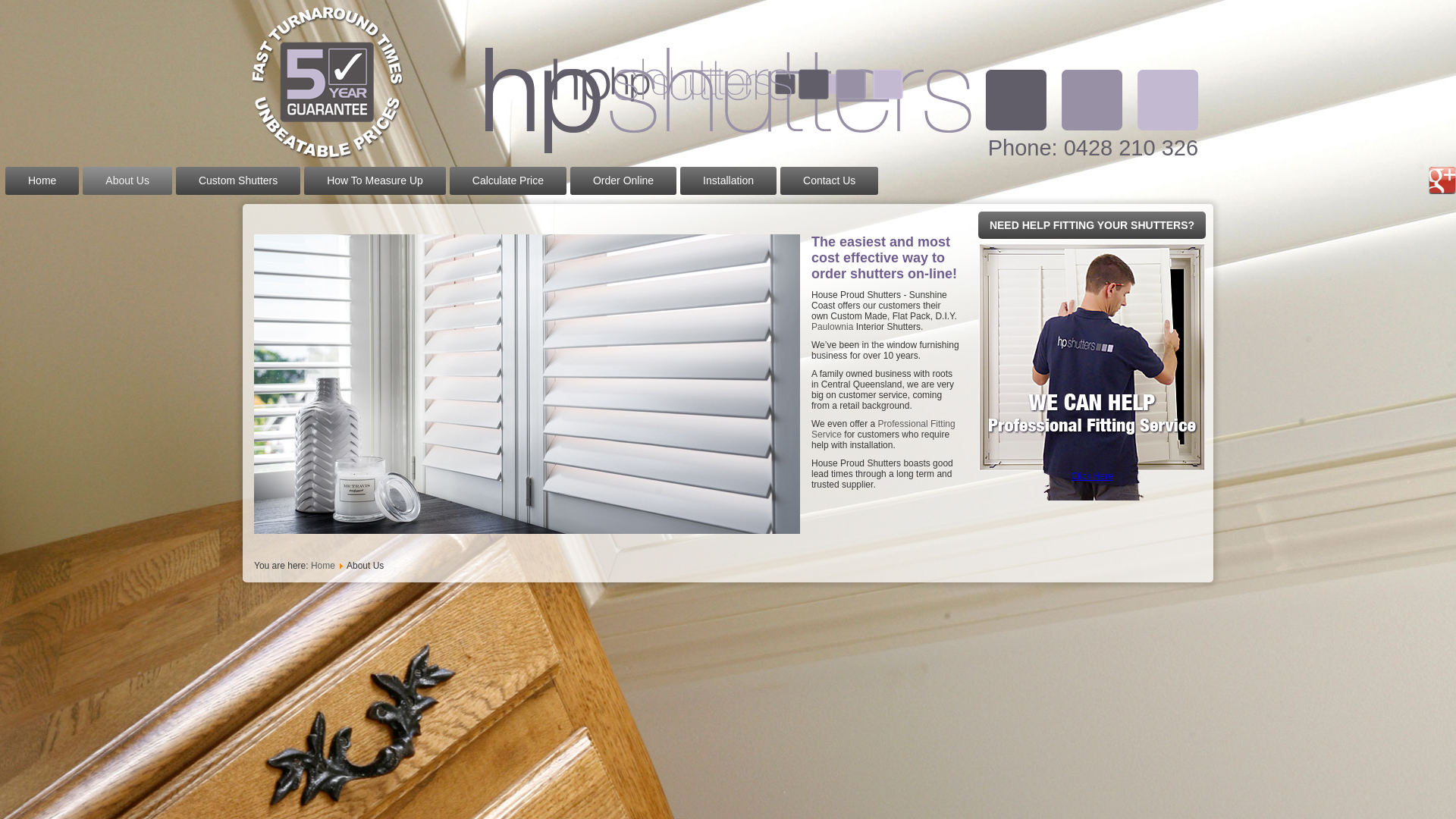 The height and width of the screenshot is (819, 1456). I want to click on 'How To Measure Up', so click(303, 180).